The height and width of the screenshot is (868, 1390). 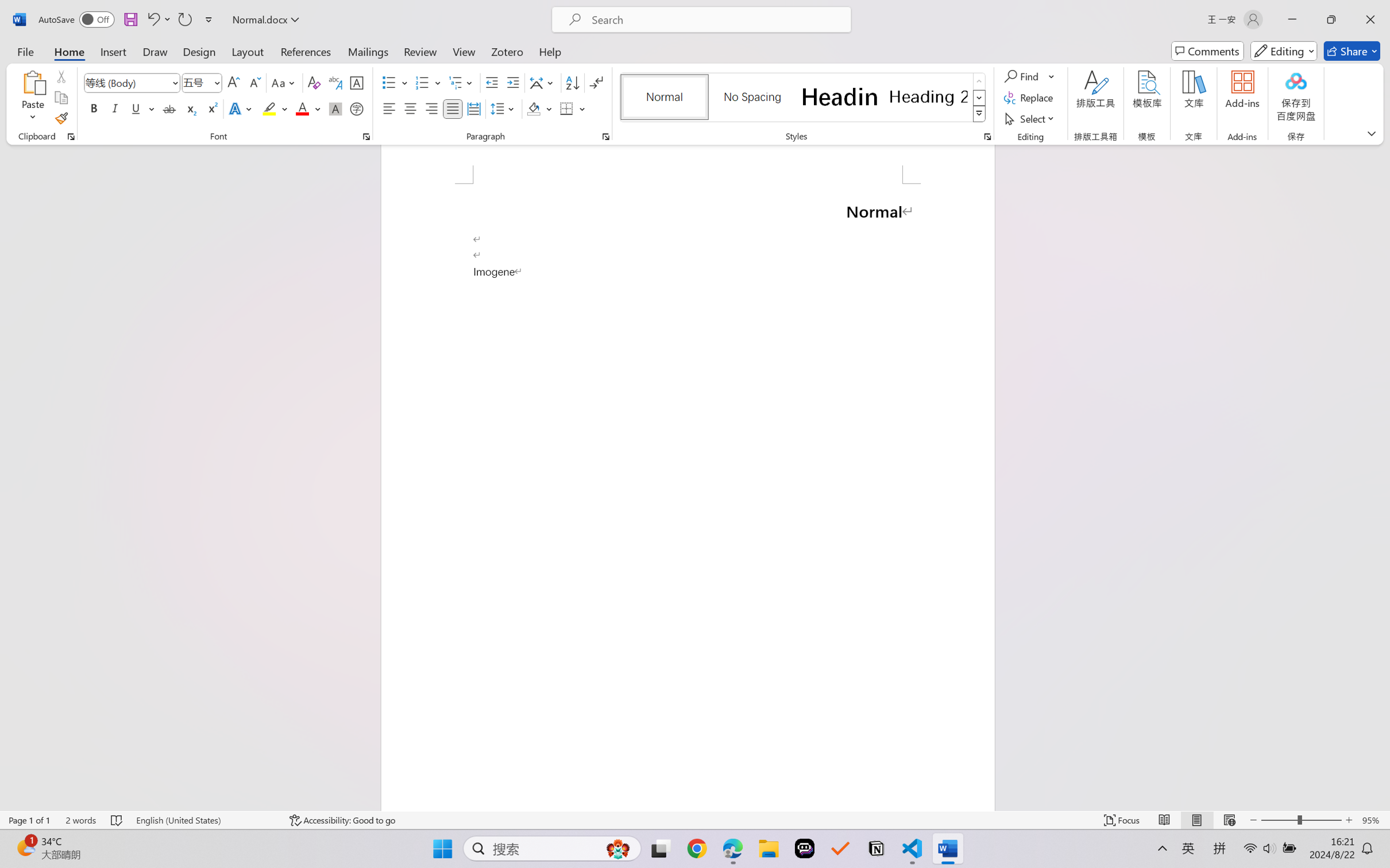 I want to click on 'Heading 2', so click(x=928, y=96).